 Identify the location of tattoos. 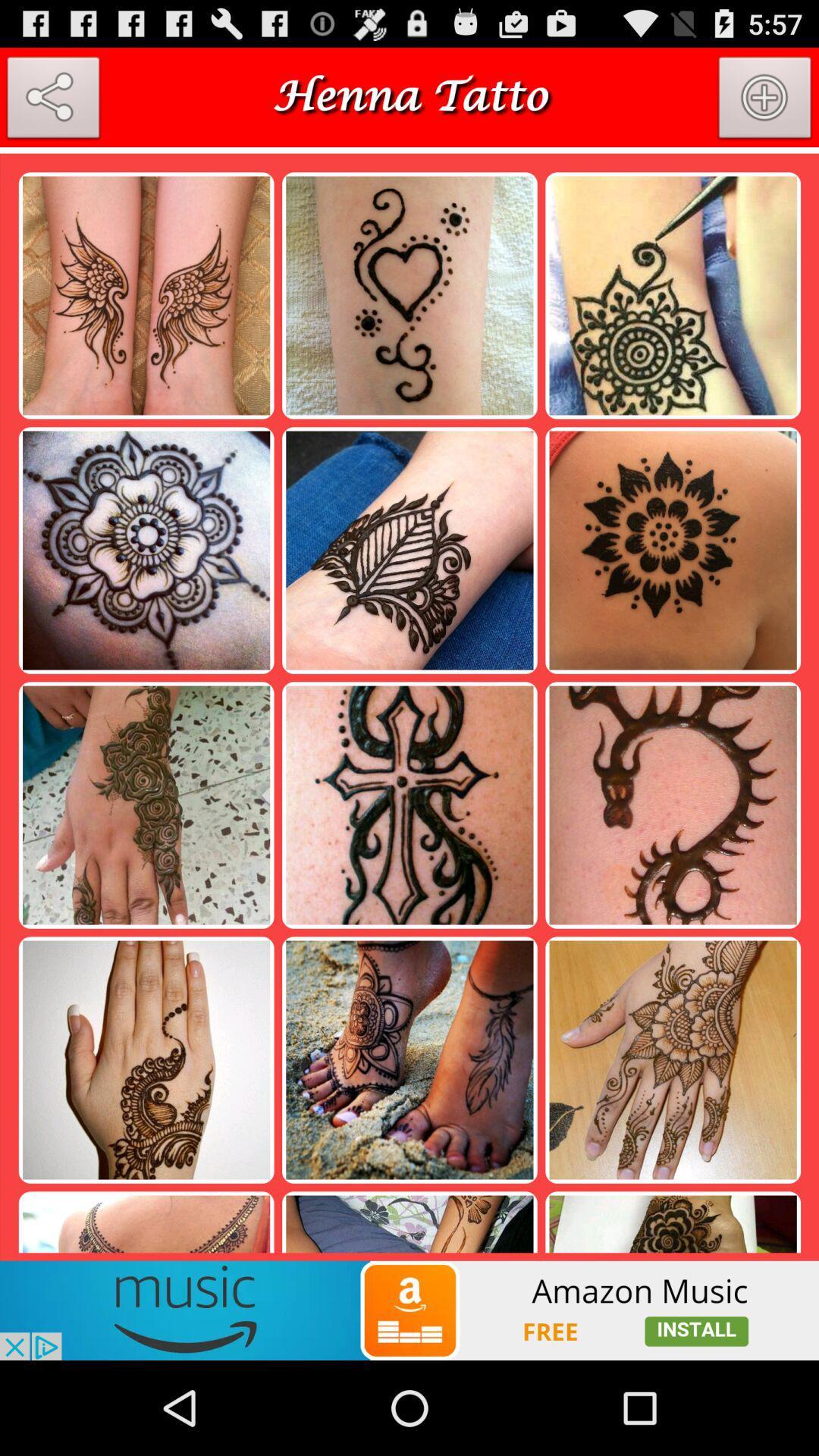
(409, 150).